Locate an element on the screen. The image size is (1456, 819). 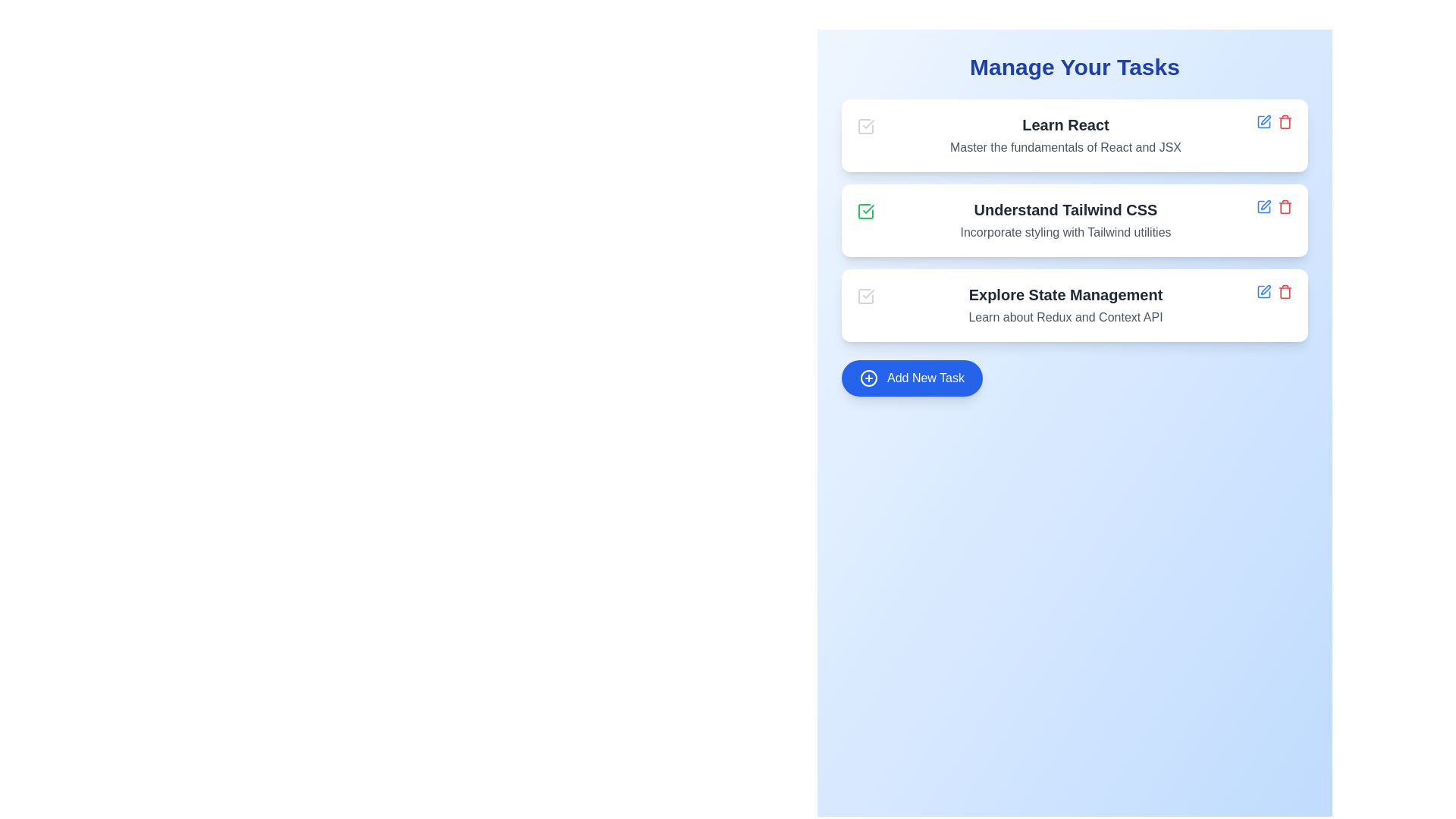
the edit icon located to the right of the 'Learn React' task in the task list is located at coordinates (1266, 119).